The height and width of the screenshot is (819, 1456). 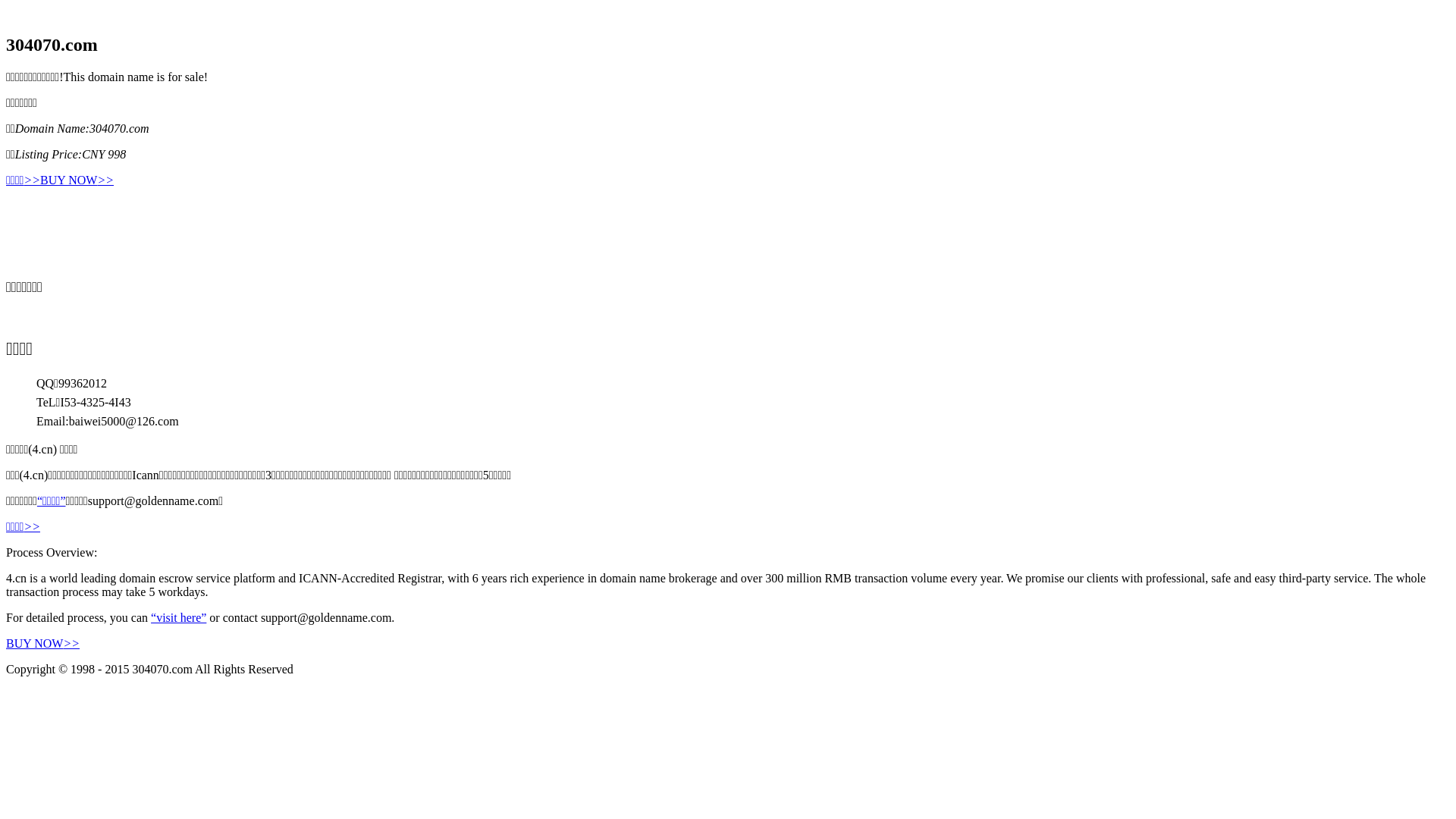 I want to click on 'BUY NOW>>', so click(x=42, y=643).